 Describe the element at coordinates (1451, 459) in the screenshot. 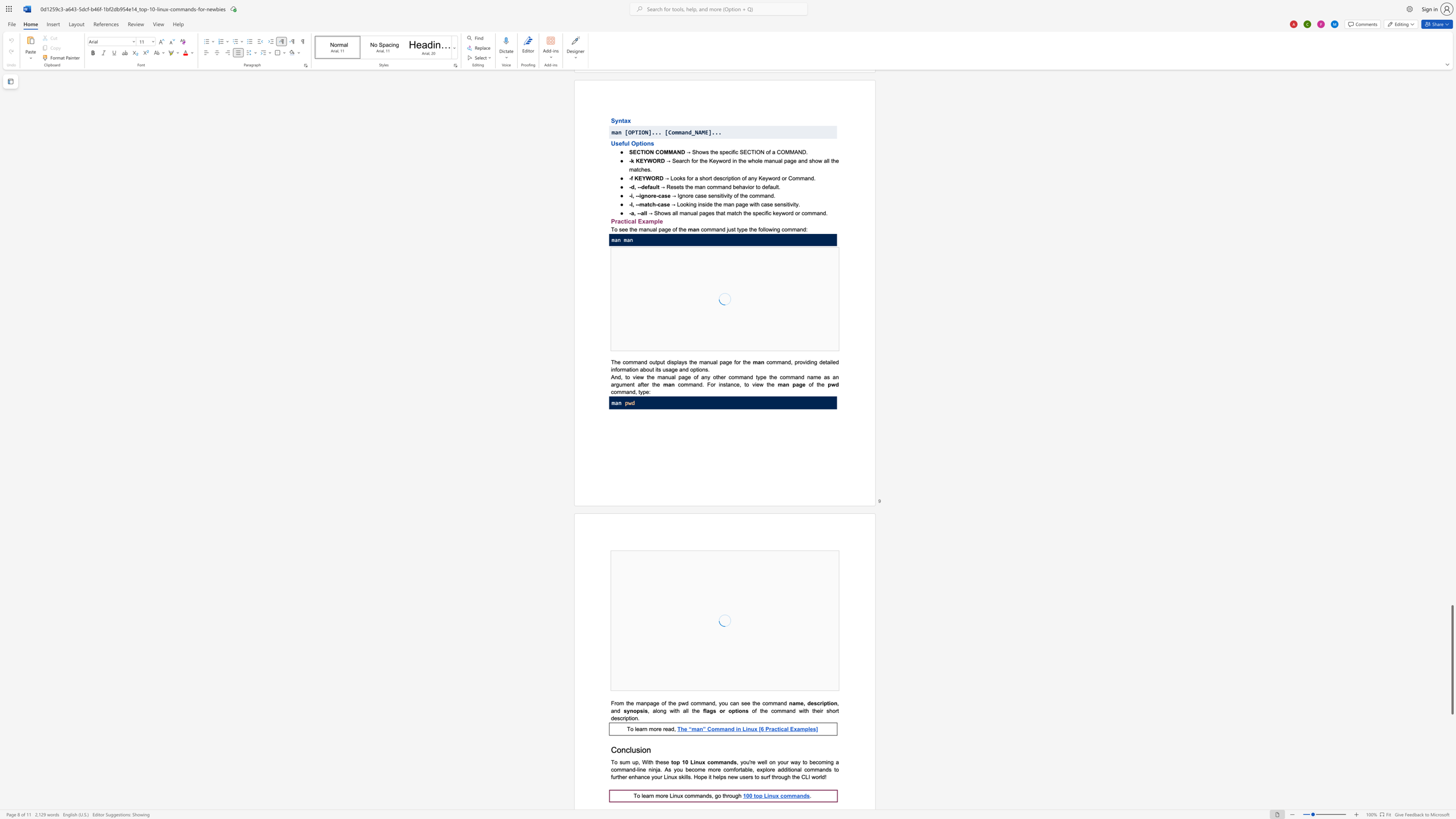

I see `the right-hand scrollbar to ascend the page` at that location.